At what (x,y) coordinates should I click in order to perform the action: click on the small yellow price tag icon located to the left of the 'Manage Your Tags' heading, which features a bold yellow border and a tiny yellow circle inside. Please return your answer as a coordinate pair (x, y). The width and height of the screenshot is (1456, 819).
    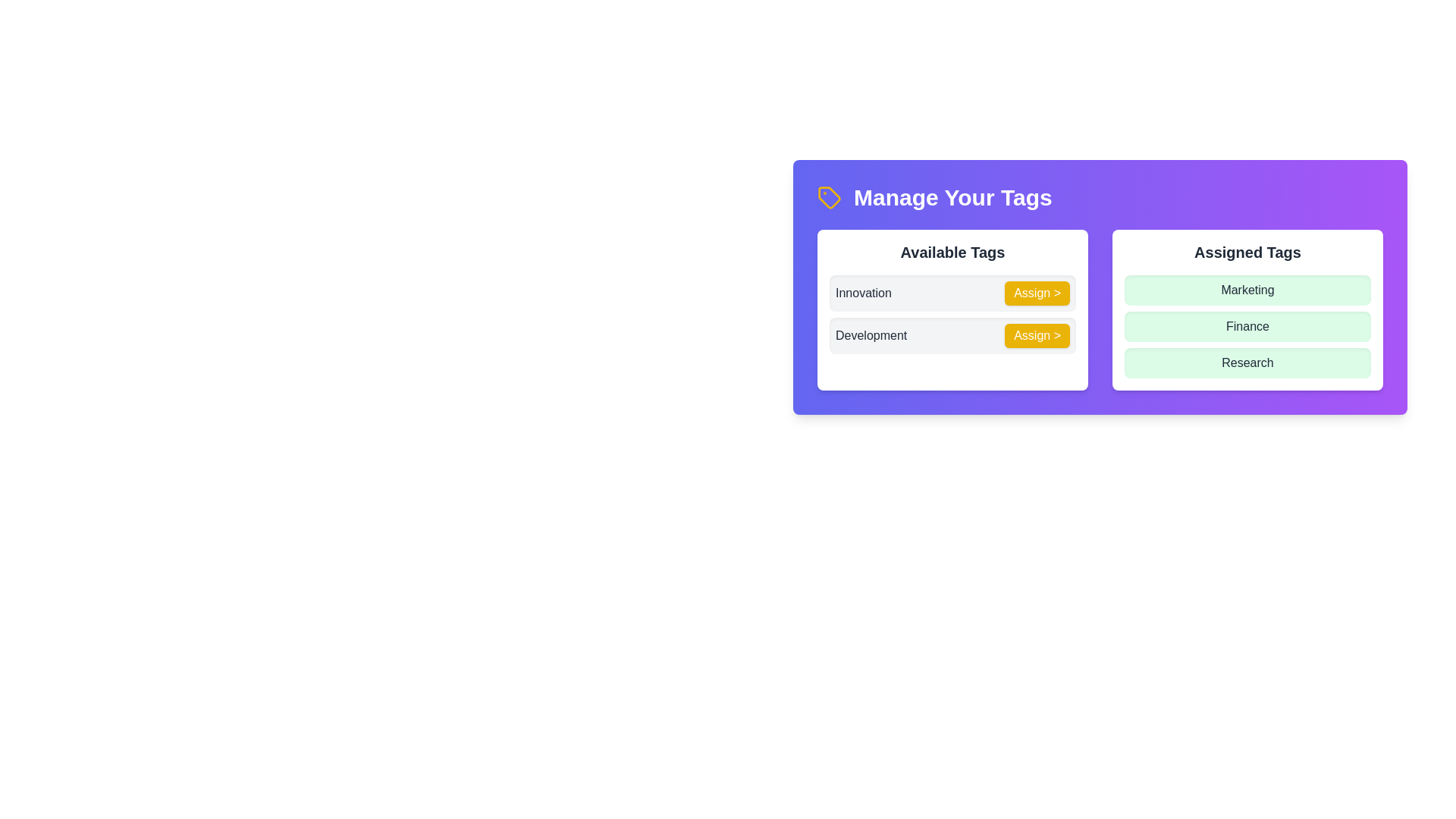
    Looking at the image, I should click on (829, 197).